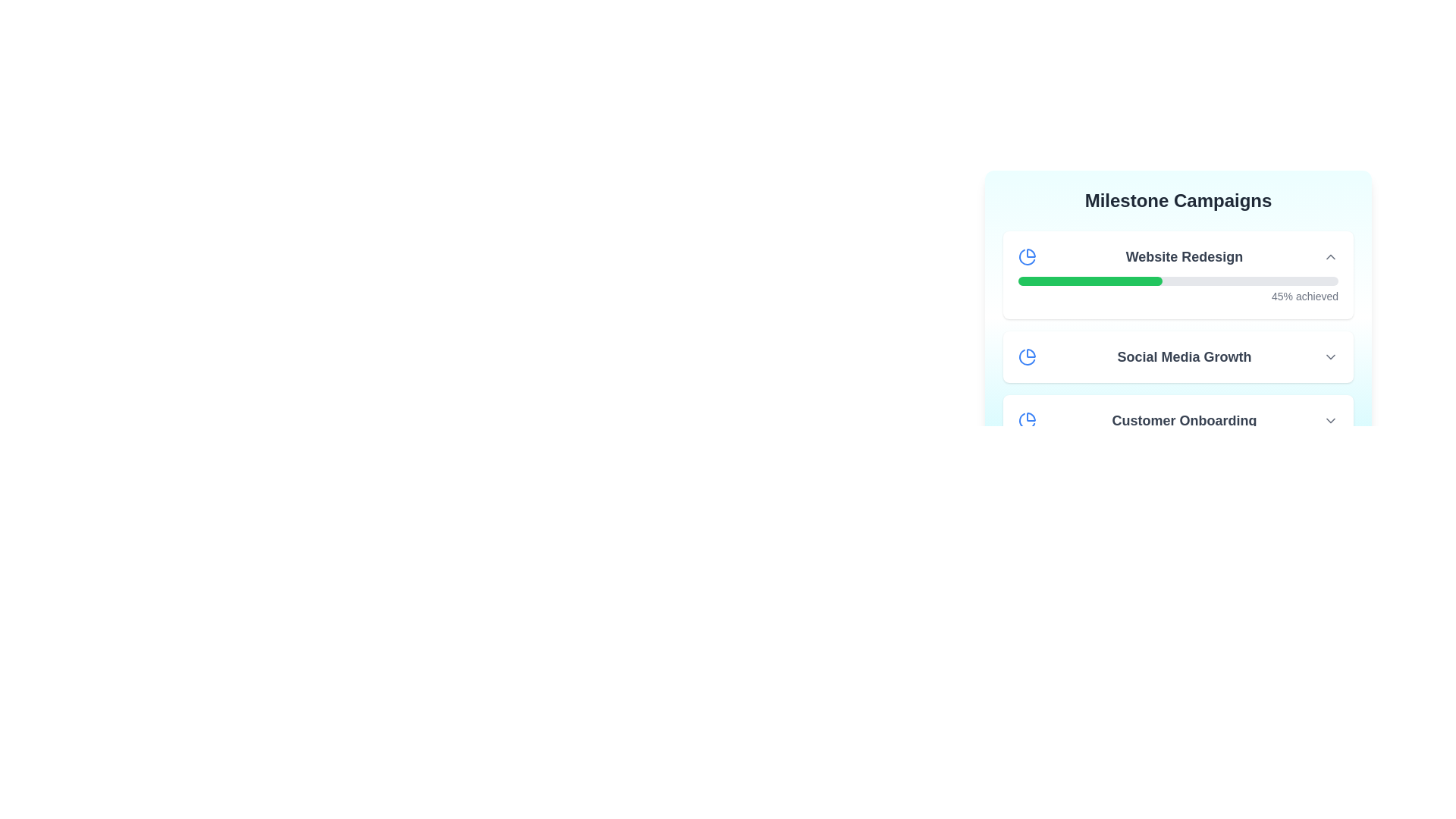 The height and width of the screenshot is (819, 1456). What do you see at coordinates (1330, 421) in the screenshot?
I see `the Dropdown toggle icon located at the far right of the 'Customer Onboarding' row in the 'Milestone Campaigns' section` at bounding box center [1330, 421].